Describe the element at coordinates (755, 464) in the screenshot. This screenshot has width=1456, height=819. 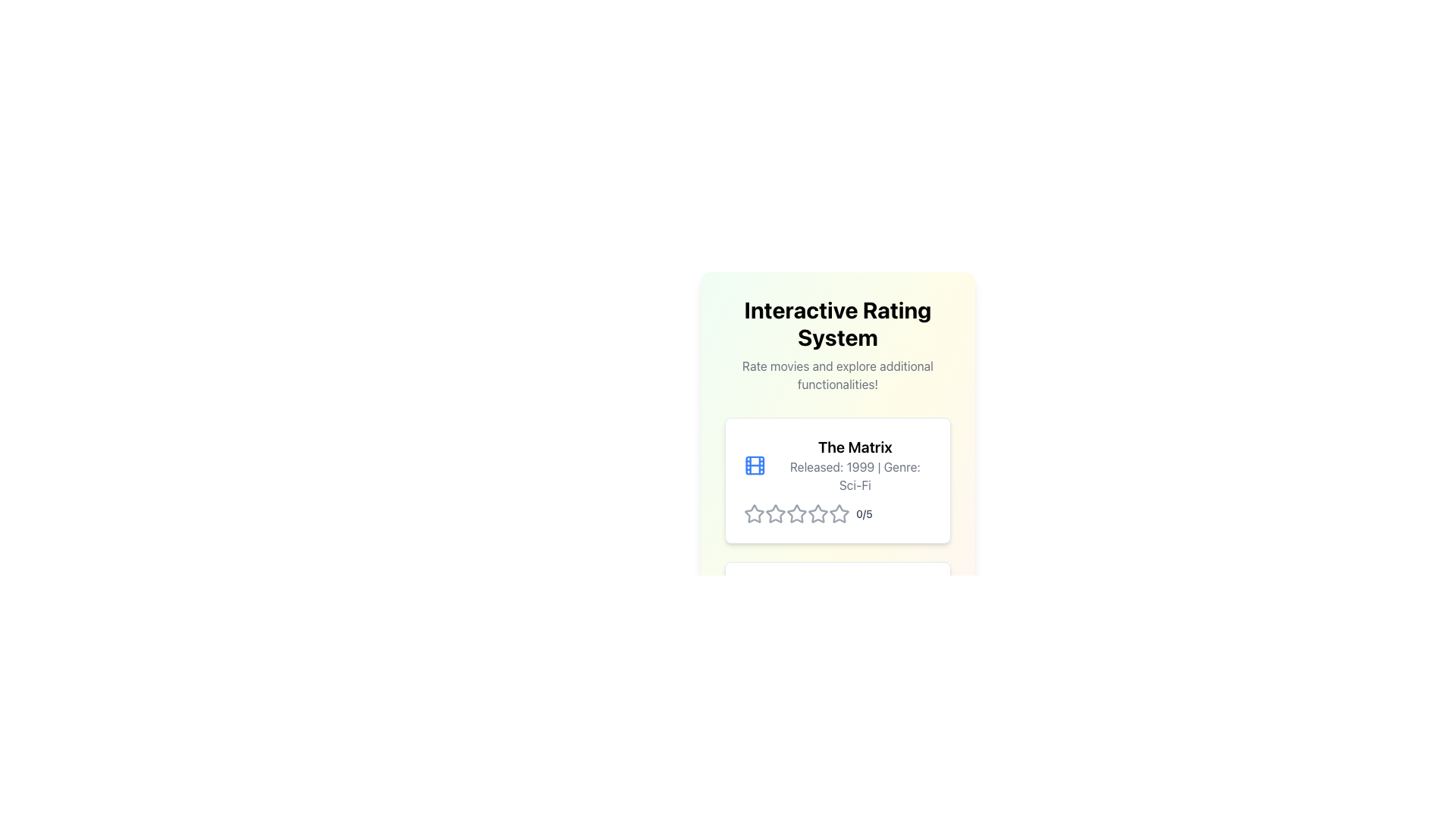
I see `the film reel icon located to the left of the text 'The Matrix' in the interface` at that location.